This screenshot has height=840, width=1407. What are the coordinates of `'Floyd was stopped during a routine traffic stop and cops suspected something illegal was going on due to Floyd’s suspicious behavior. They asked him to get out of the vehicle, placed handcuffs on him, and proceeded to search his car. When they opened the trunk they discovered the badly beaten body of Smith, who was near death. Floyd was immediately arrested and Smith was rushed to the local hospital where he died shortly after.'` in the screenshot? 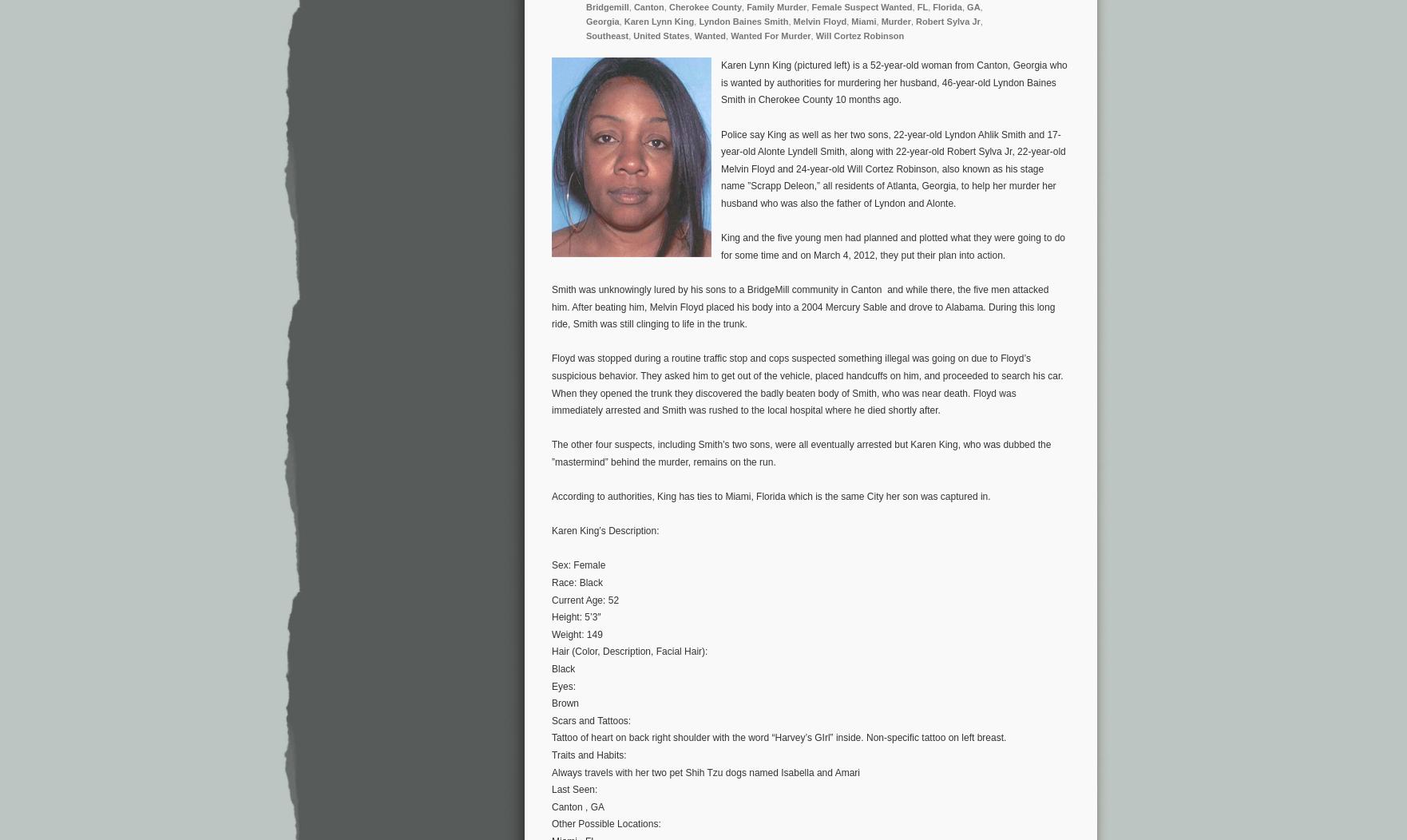 It's located at (551, 384).